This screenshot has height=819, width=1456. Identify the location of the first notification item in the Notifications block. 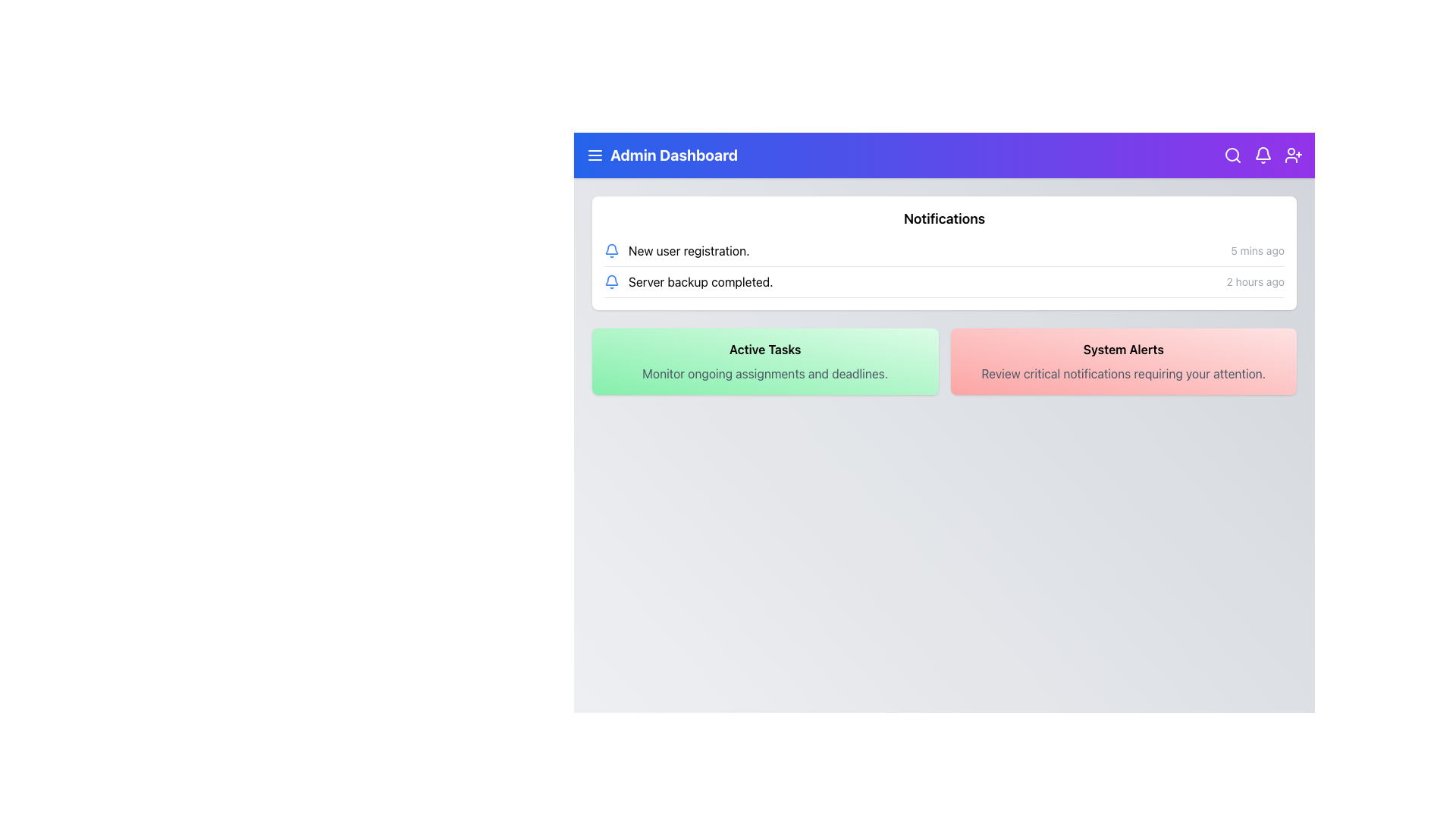
(676, 250).